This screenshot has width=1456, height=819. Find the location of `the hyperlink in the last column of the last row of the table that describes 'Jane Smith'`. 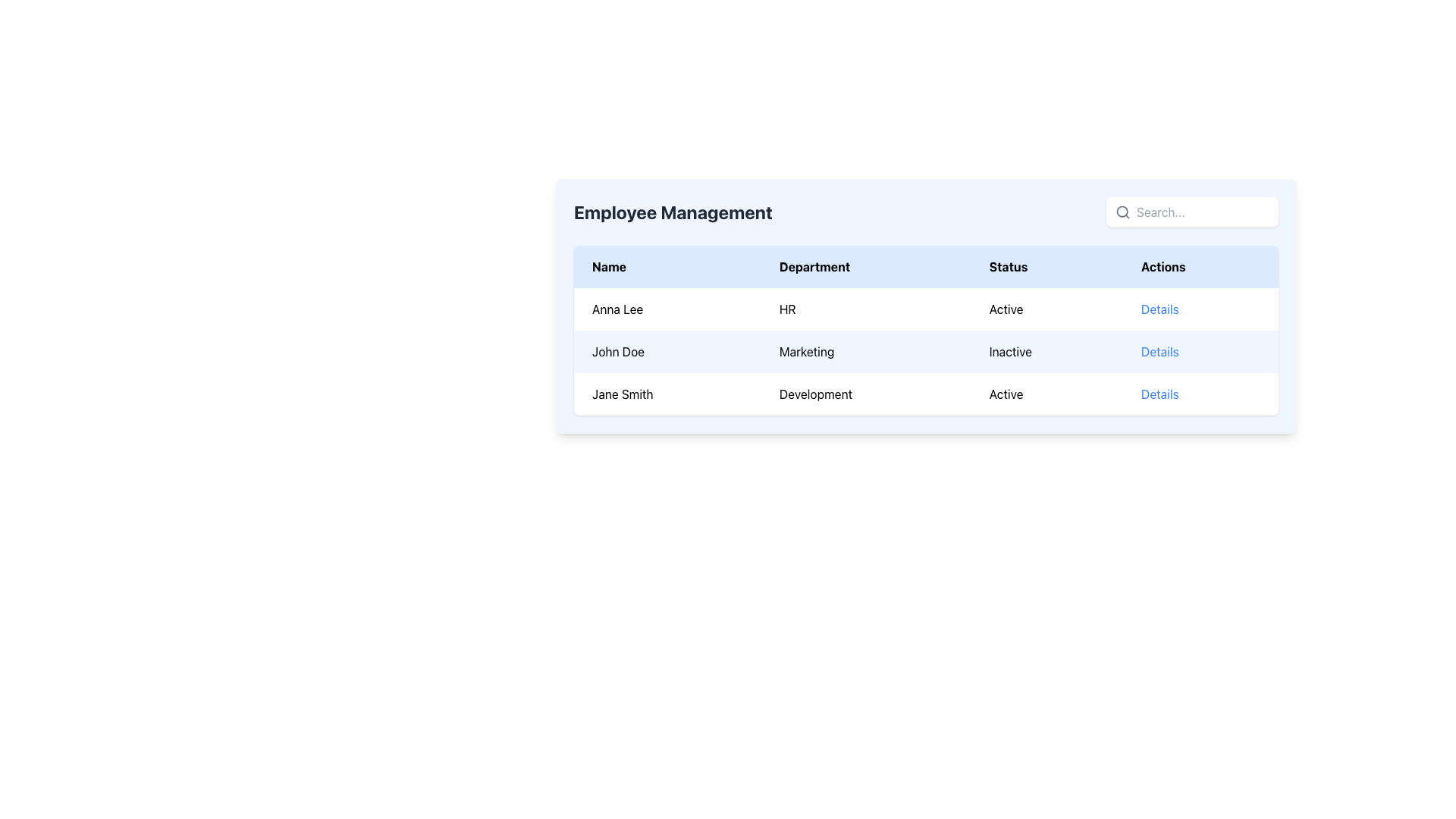

the hyperlink in the last column of the last row of the table that describes 'Jane Smith' is located at coordinates (1200, 394).